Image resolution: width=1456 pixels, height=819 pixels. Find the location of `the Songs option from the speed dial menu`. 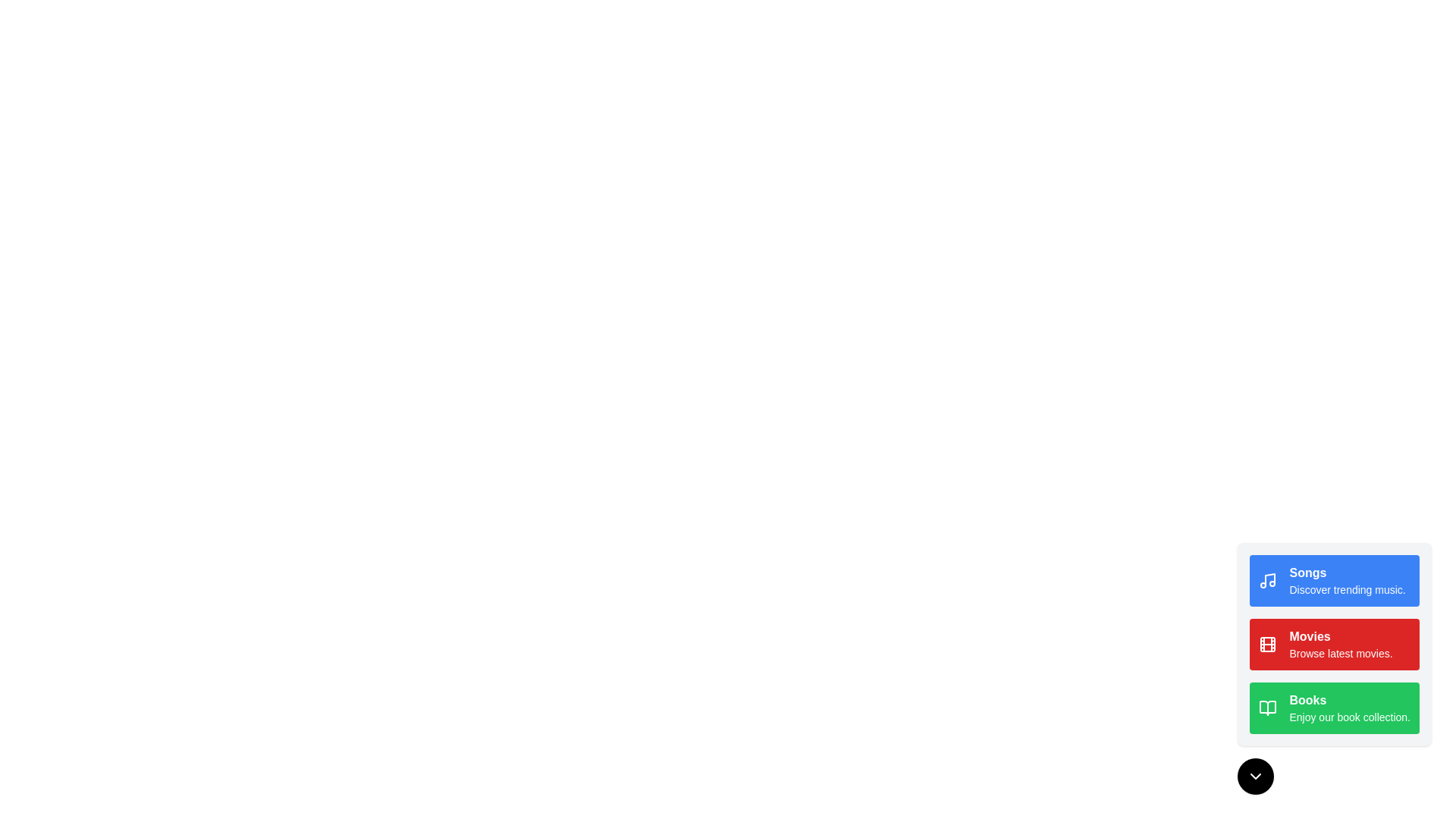

the Songs option from the speed dial menu is located at coordinates (1335, 580).